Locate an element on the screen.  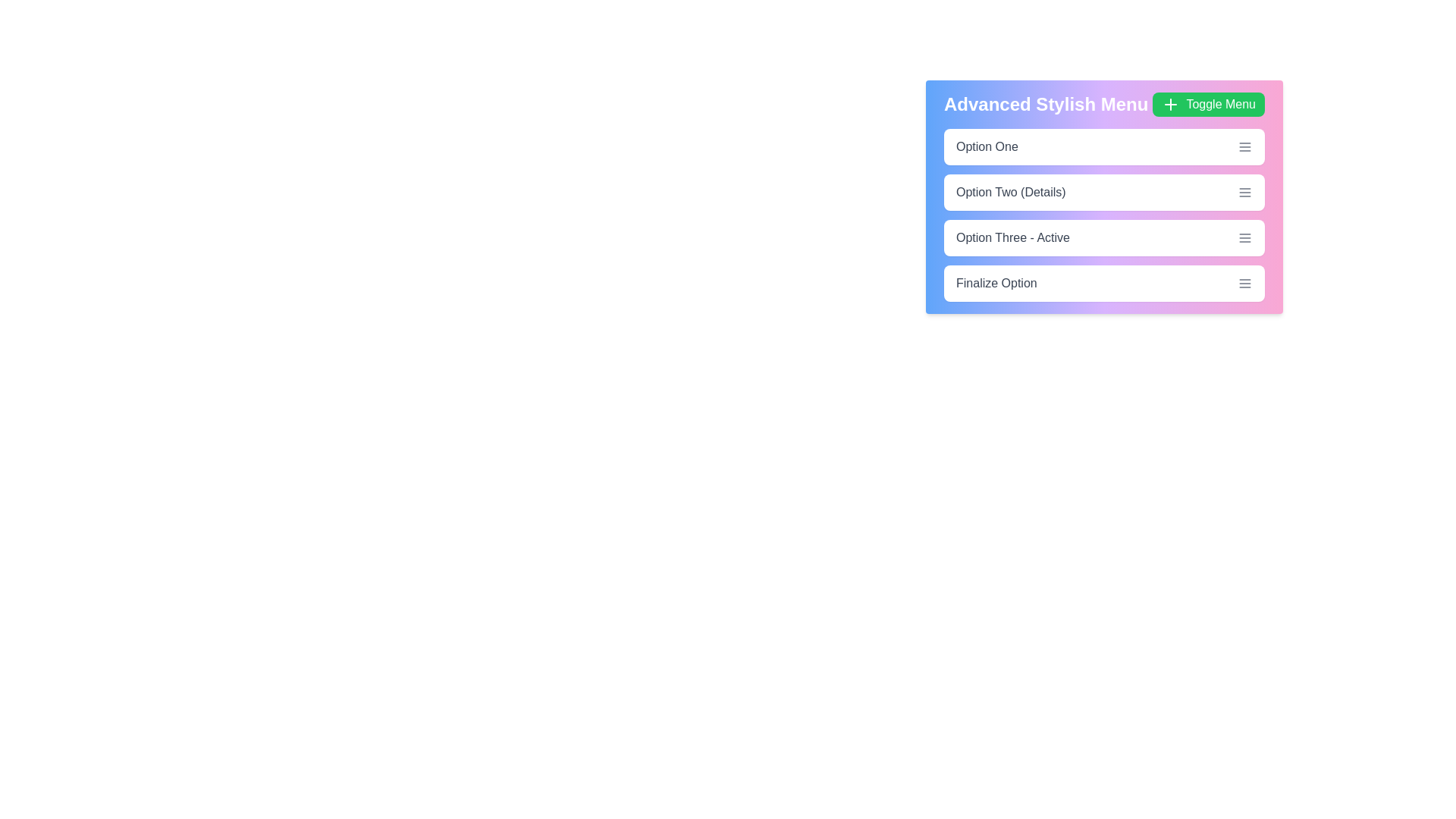
the menu icon next to Option One is located at coordinates (1244, 146).